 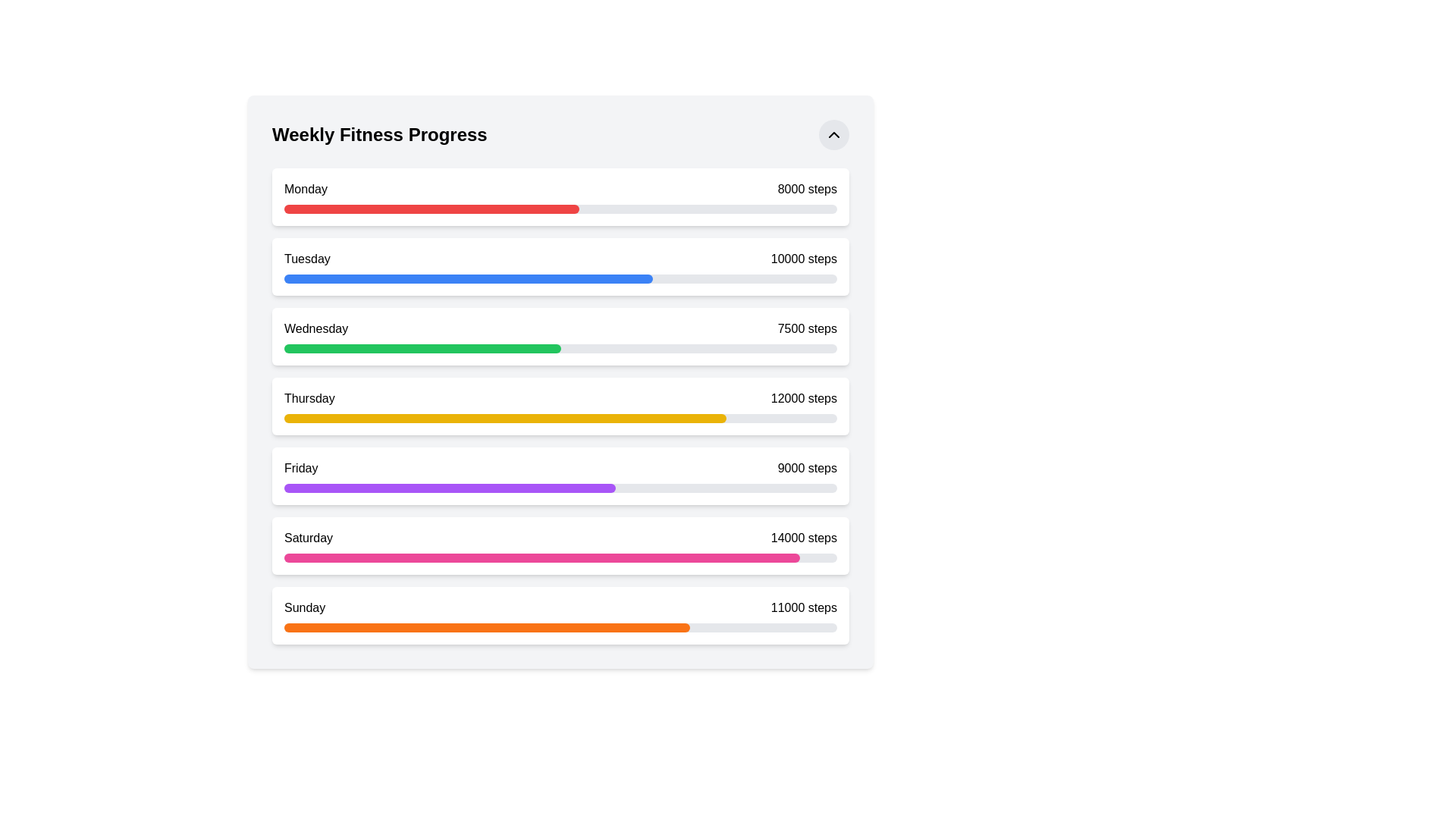 I want to click on the text label that shows the number of steps taken on Monday, which is aligned to the right side of the horizontal progress bar for that day, so click(x=806, y=189).